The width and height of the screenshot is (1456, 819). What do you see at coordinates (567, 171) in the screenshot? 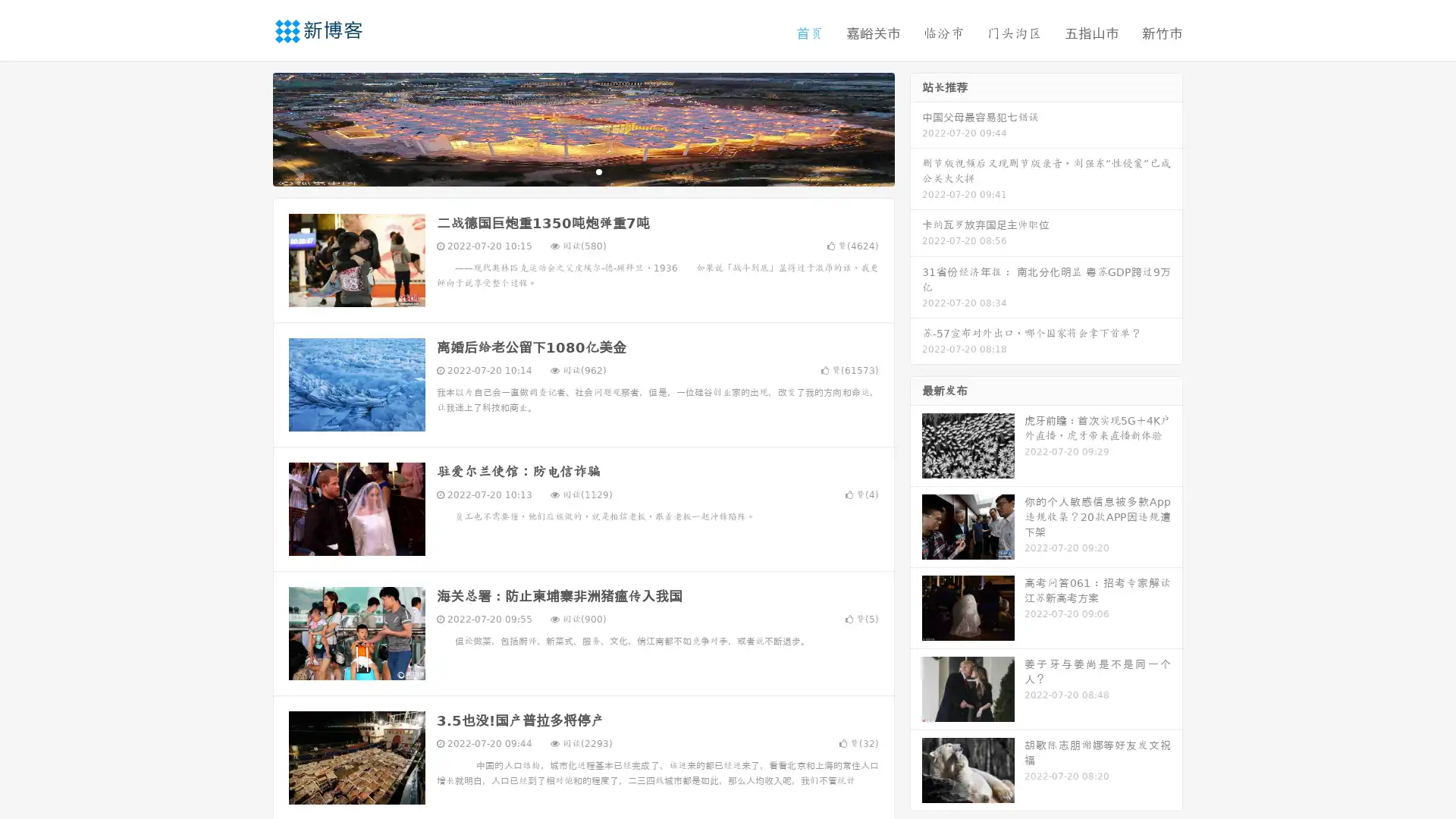
I see `Go to slide 1` at bounding box center [567, 171].